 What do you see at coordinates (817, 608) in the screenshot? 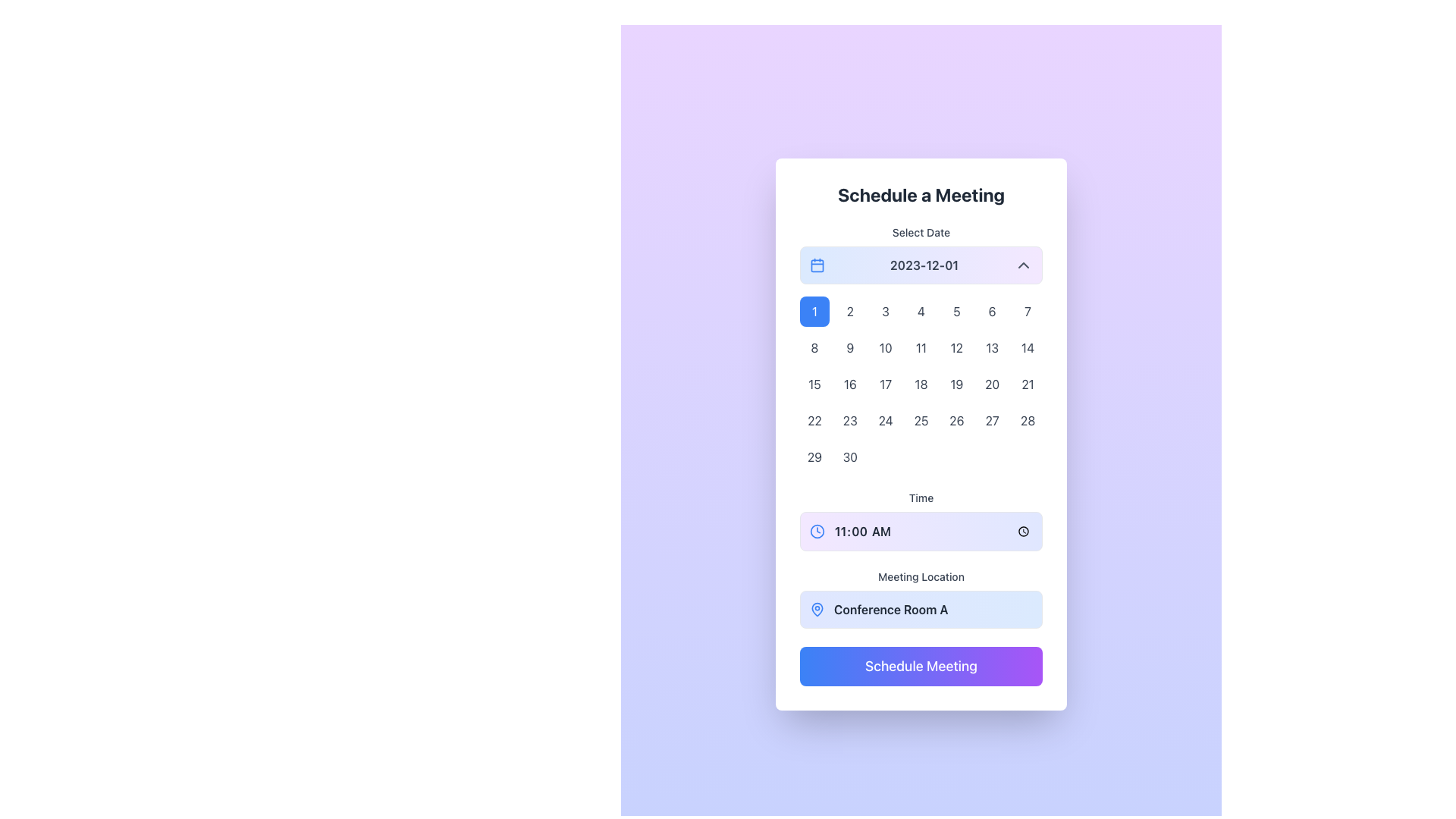
I see `the blue pin icon resembling a map marker located to the left of the 'Meeting Location' input field, preceding the text input displaying 'Conference Room A'` at bounding box center [817, 608].